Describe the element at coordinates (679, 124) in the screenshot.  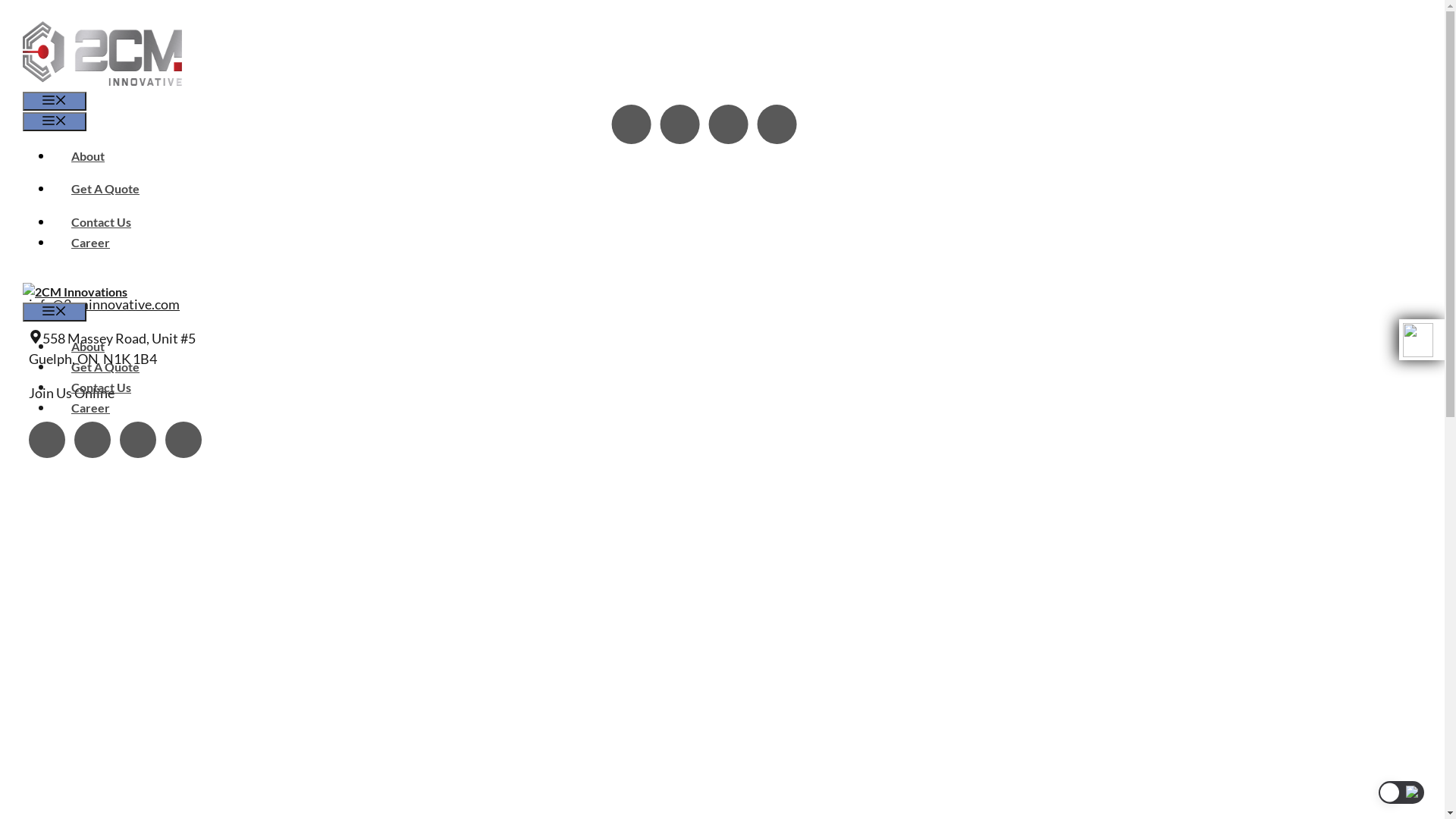
I see `'Facebook'` at that location.